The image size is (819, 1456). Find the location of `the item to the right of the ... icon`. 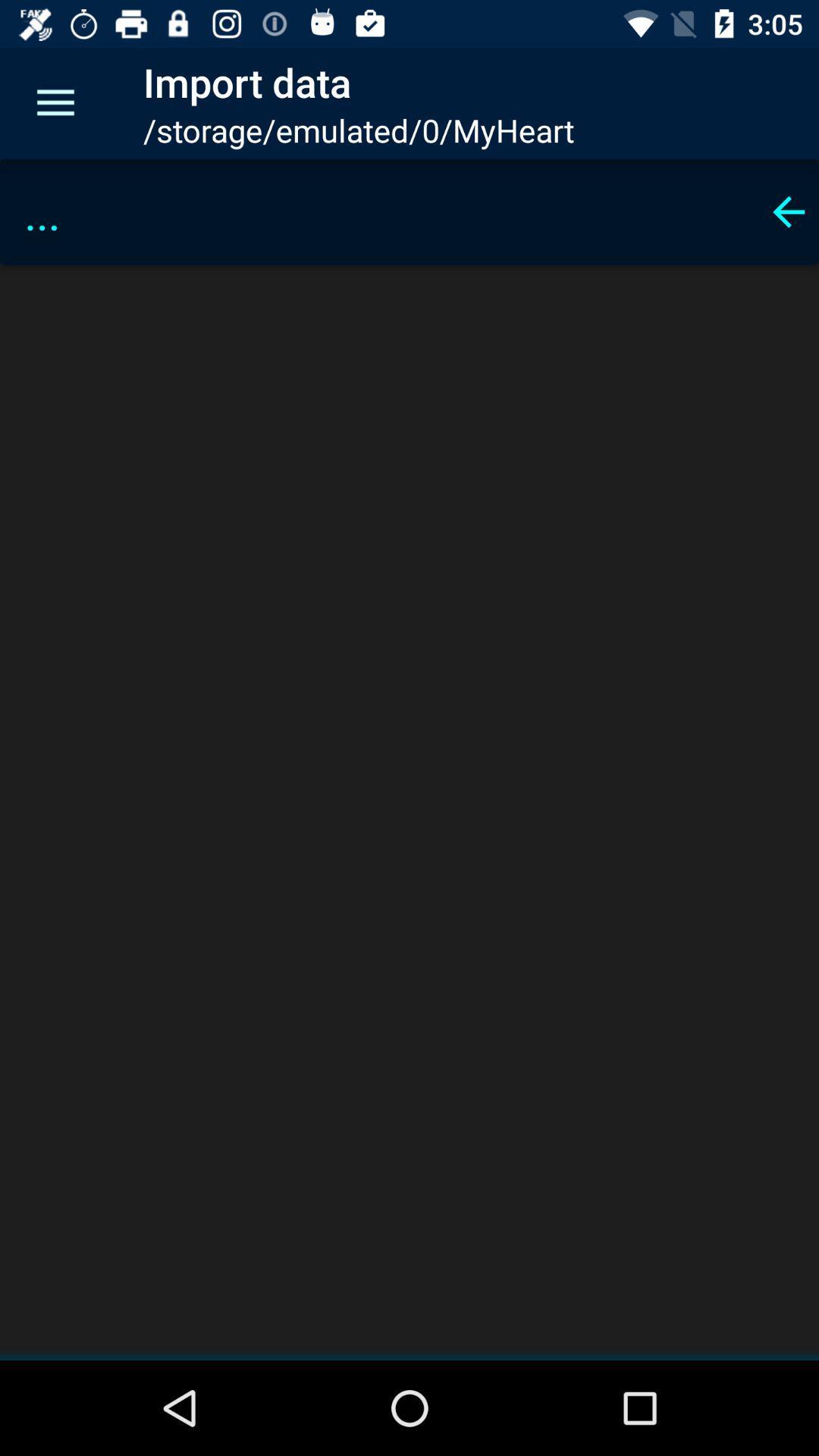

the item to the right of the ... icon is located at coordinates (788, 211).